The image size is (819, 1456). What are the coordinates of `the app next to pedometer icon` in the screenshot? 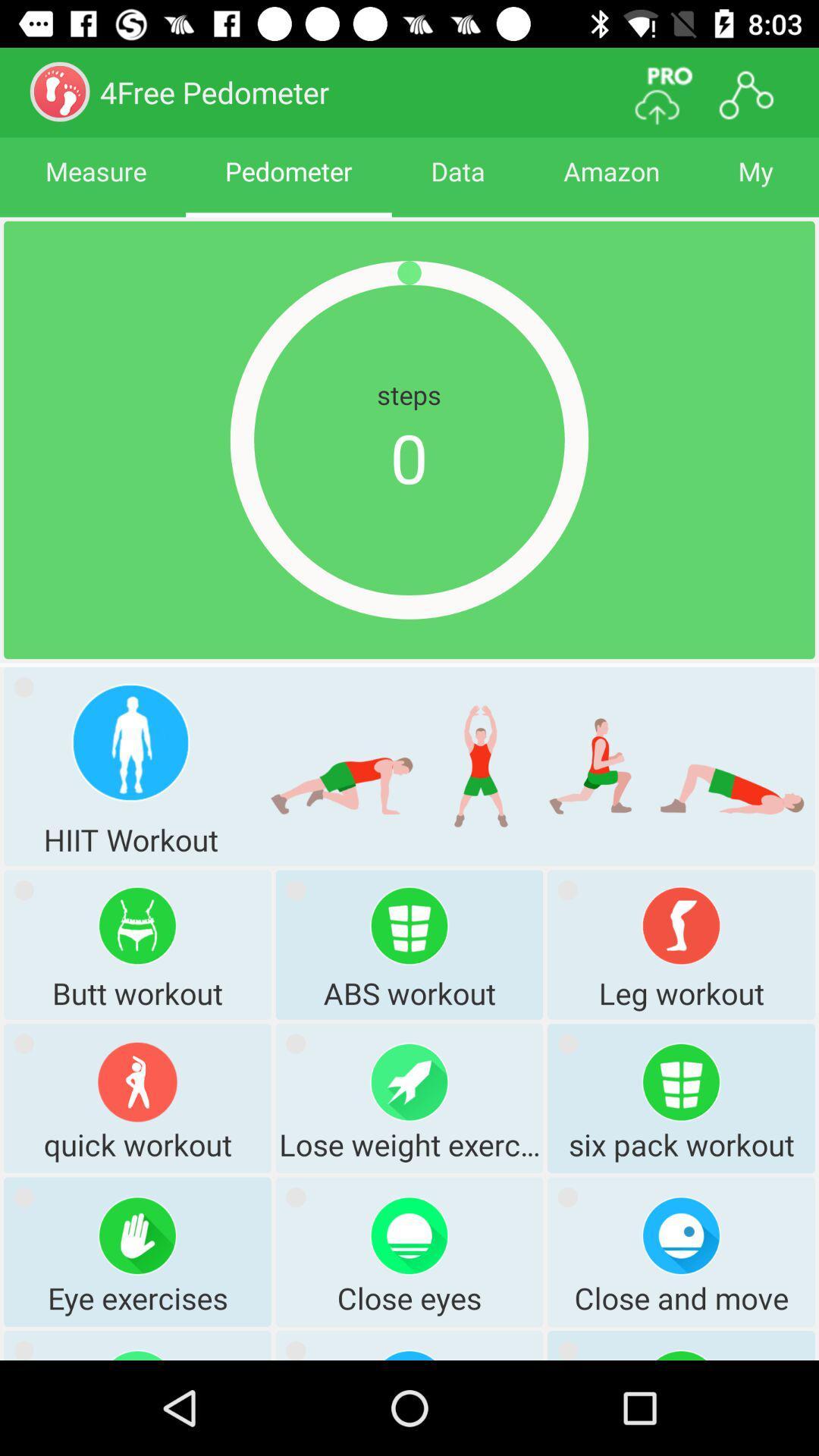 It's located at (457, 184).